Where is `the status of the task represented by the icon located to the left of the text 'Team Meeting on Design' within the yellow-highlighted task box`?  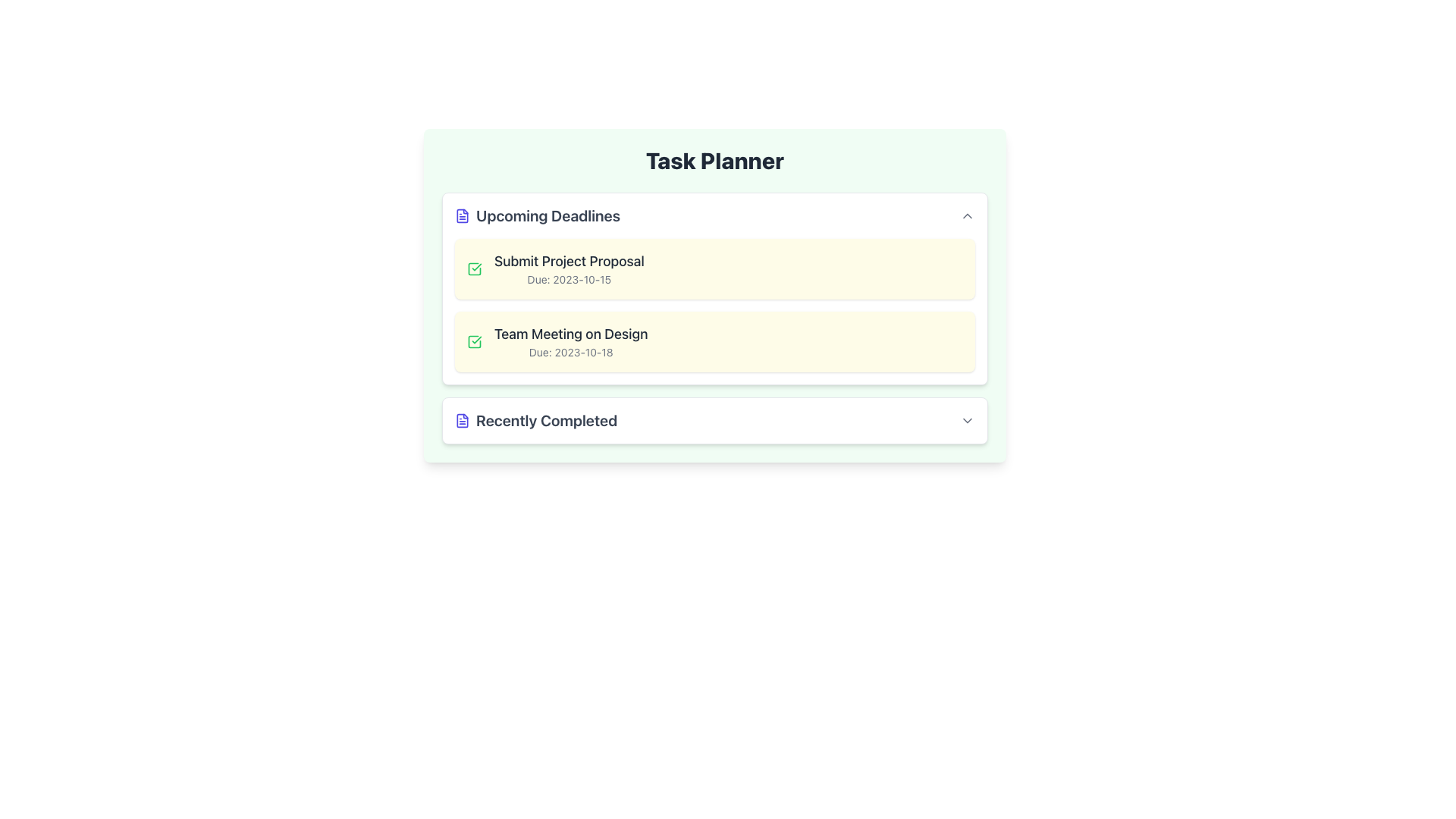
the status of the task represented by the icon located to the left of the text 'Team Meeting on Design' within the yellow-highlighted task box is located at coordinates (473, 342).